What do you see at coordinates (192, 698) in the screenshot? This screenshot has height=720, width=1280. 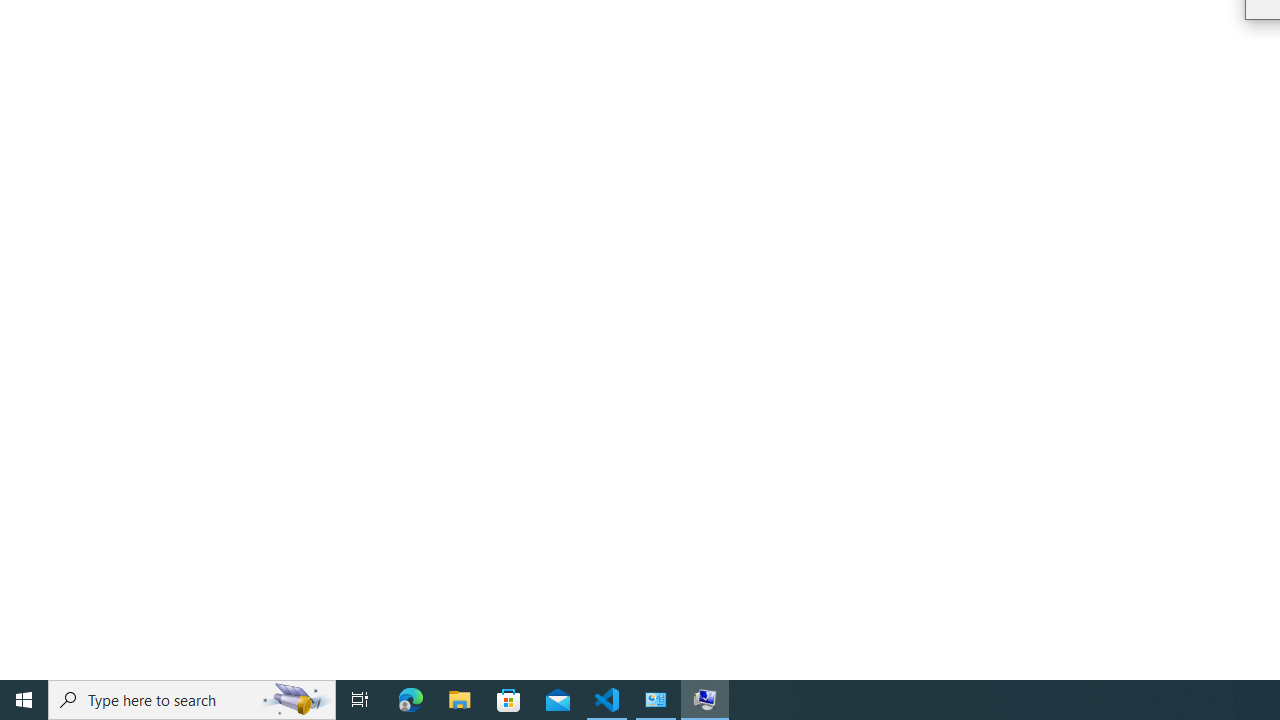 I see `'Type here to search'` at bounding box center [192, 698].